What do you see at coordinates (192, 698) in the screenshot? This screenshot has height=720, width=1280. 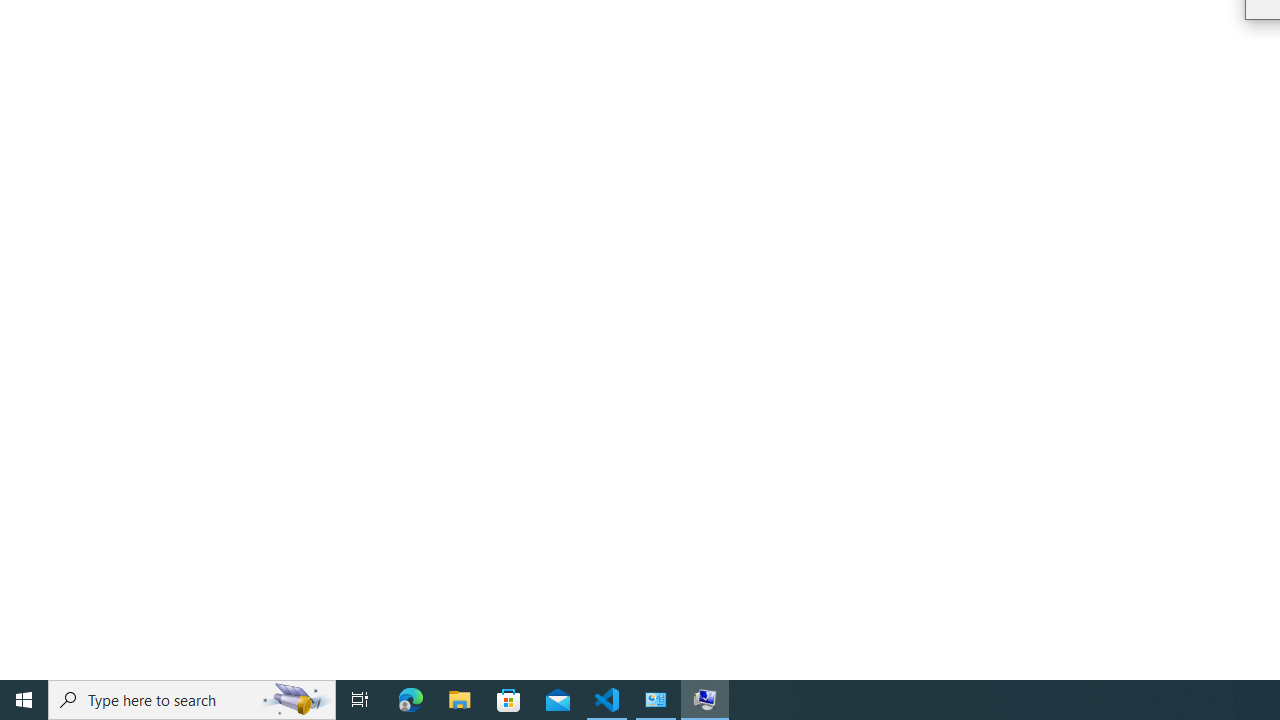 I see `'Type here to search'` at bounding box center [192, 698].